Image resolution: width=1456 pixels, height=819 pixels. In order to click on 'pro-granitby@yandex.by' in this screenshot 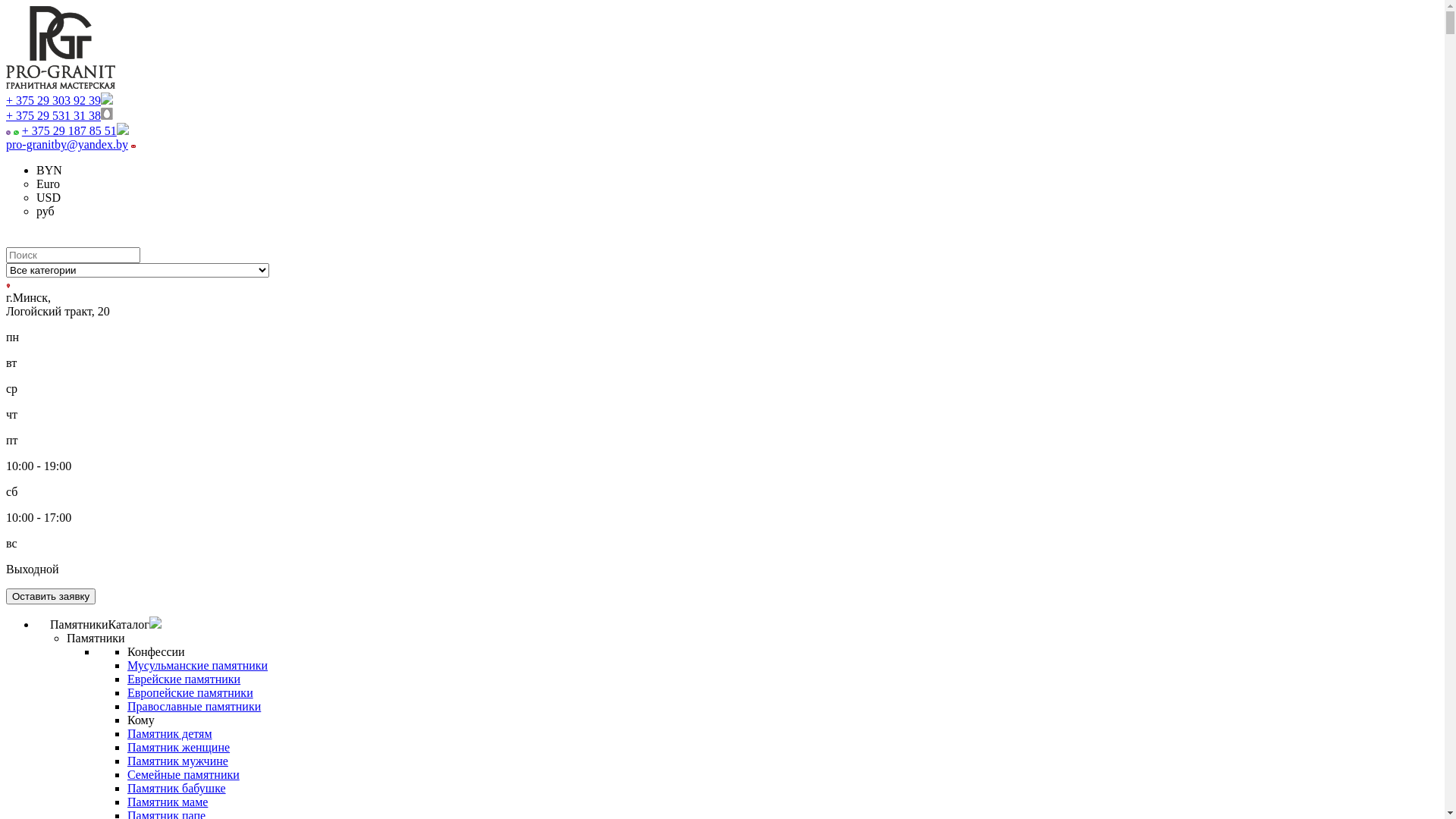, I will do `click(66, 144)`.